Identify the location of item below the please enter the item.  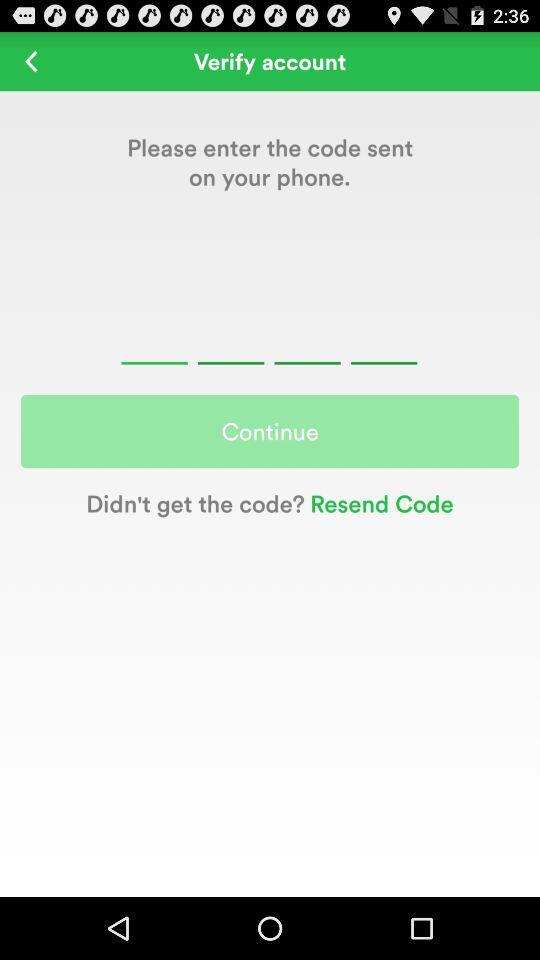
(269, 339).